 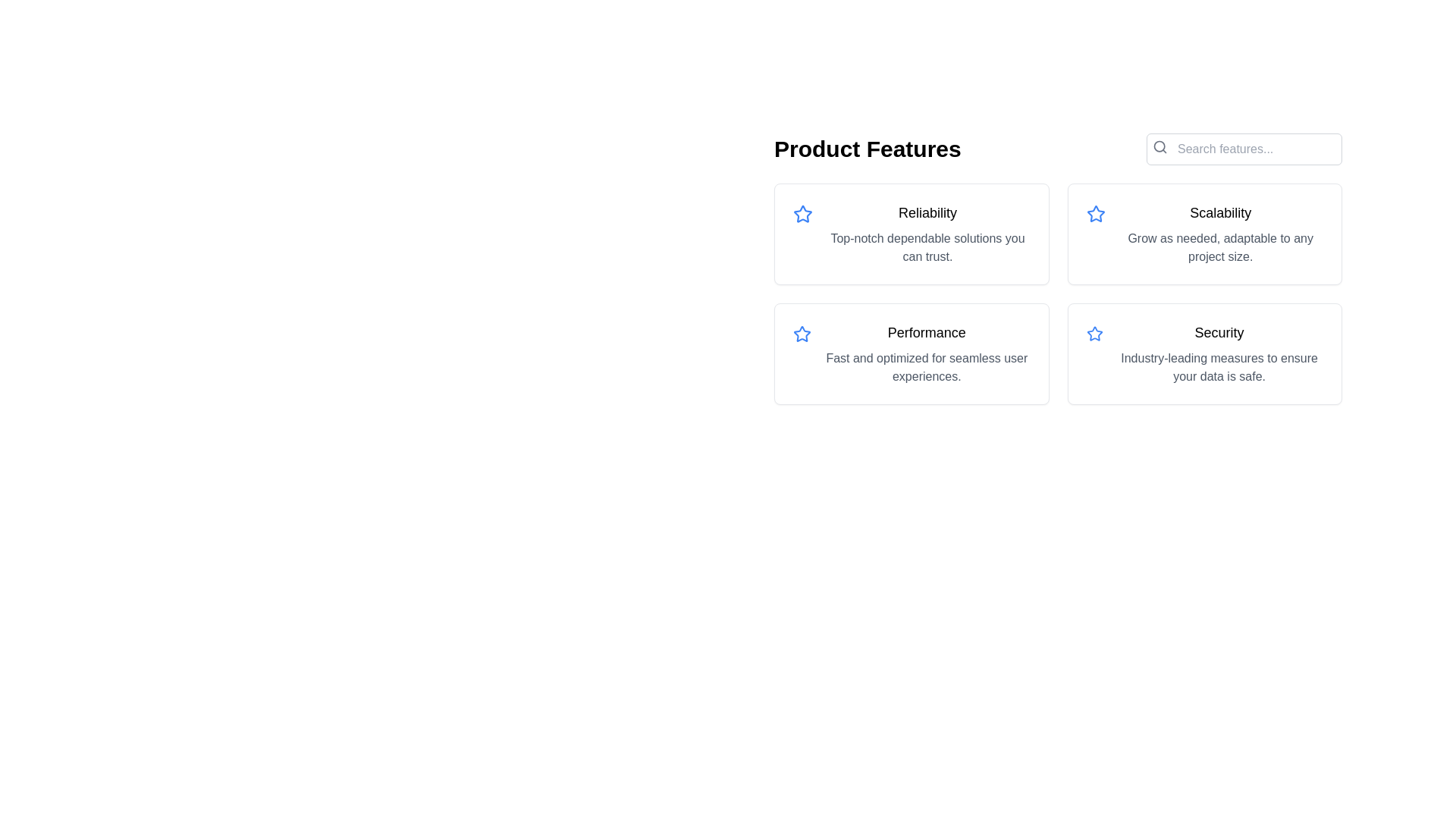 I want to click on the text block in the top-right card of the 'Product Features' grid that provides information about the 'Scalability' feature, so click(x=1220, y=234).